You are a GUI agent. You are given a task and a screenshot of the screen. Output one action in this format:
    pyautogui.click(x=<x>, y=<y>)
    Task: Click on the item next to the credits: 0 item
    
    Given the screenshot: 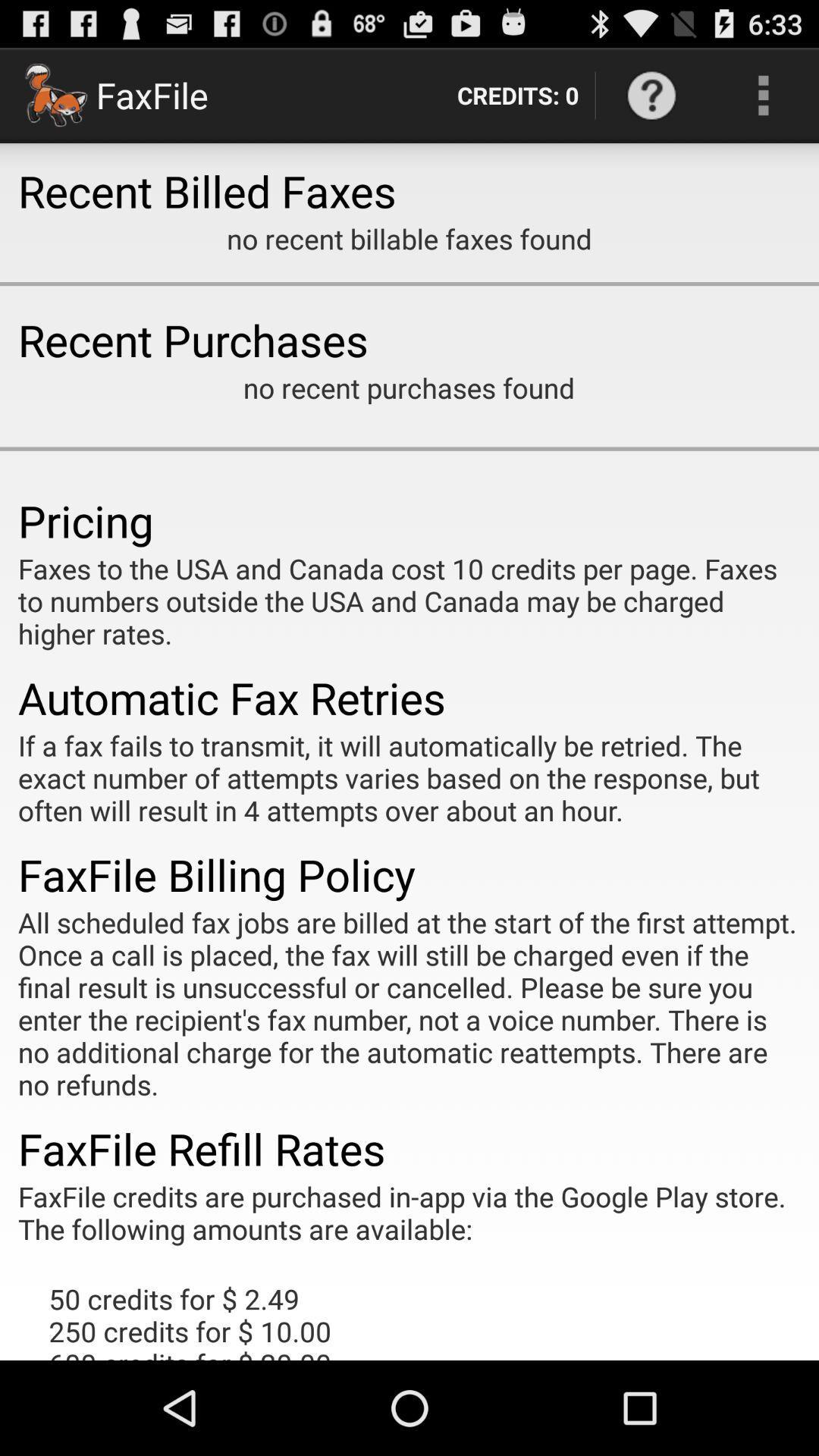 What is the action you would take?
    pyautogui.click(x=651, y=94)
    